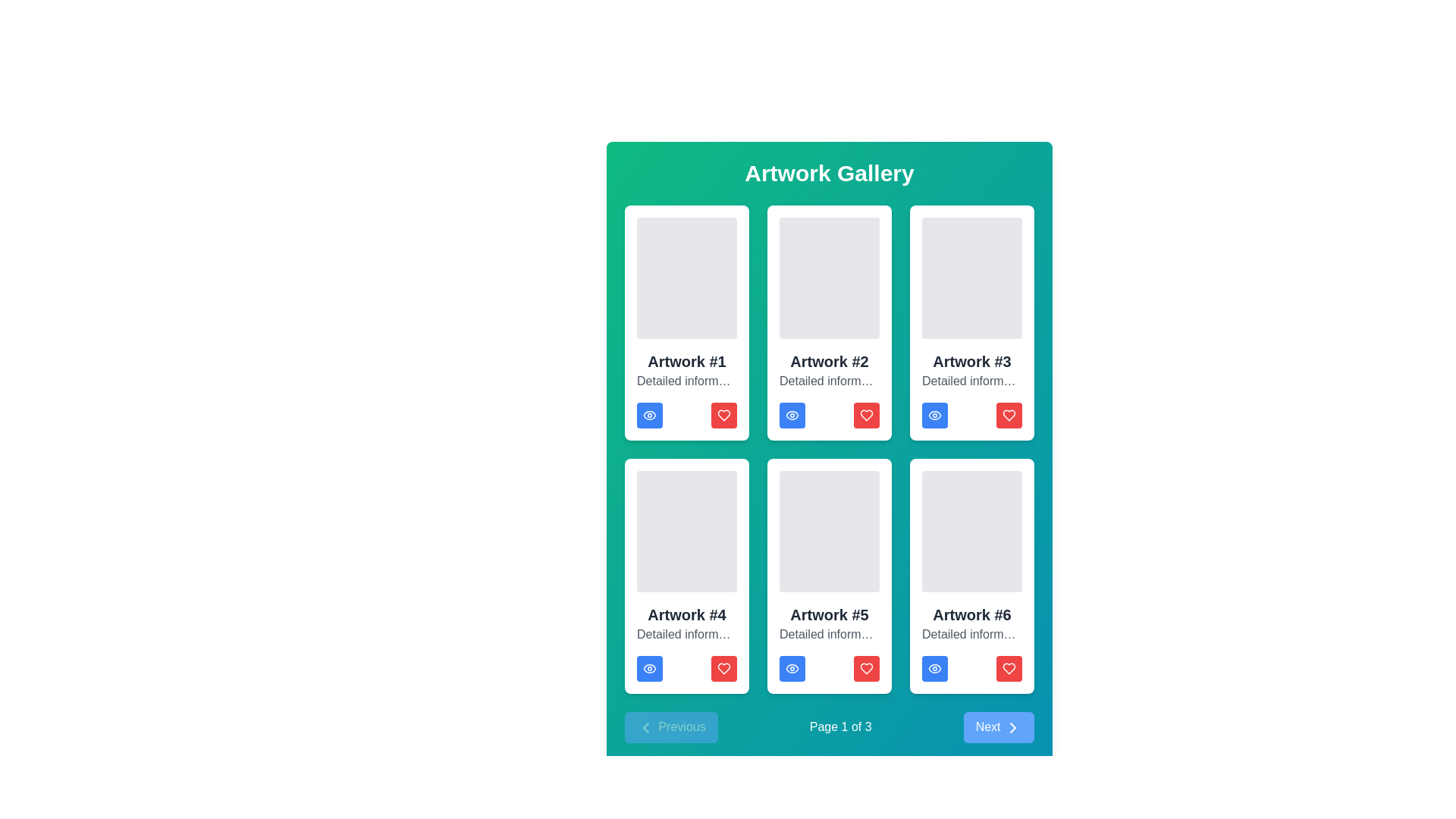 Image resolution: width=1456 pixels, height=819 pixels. I want to click on the 'view' button located beneath 'Artwork #1', so click(650, 415).